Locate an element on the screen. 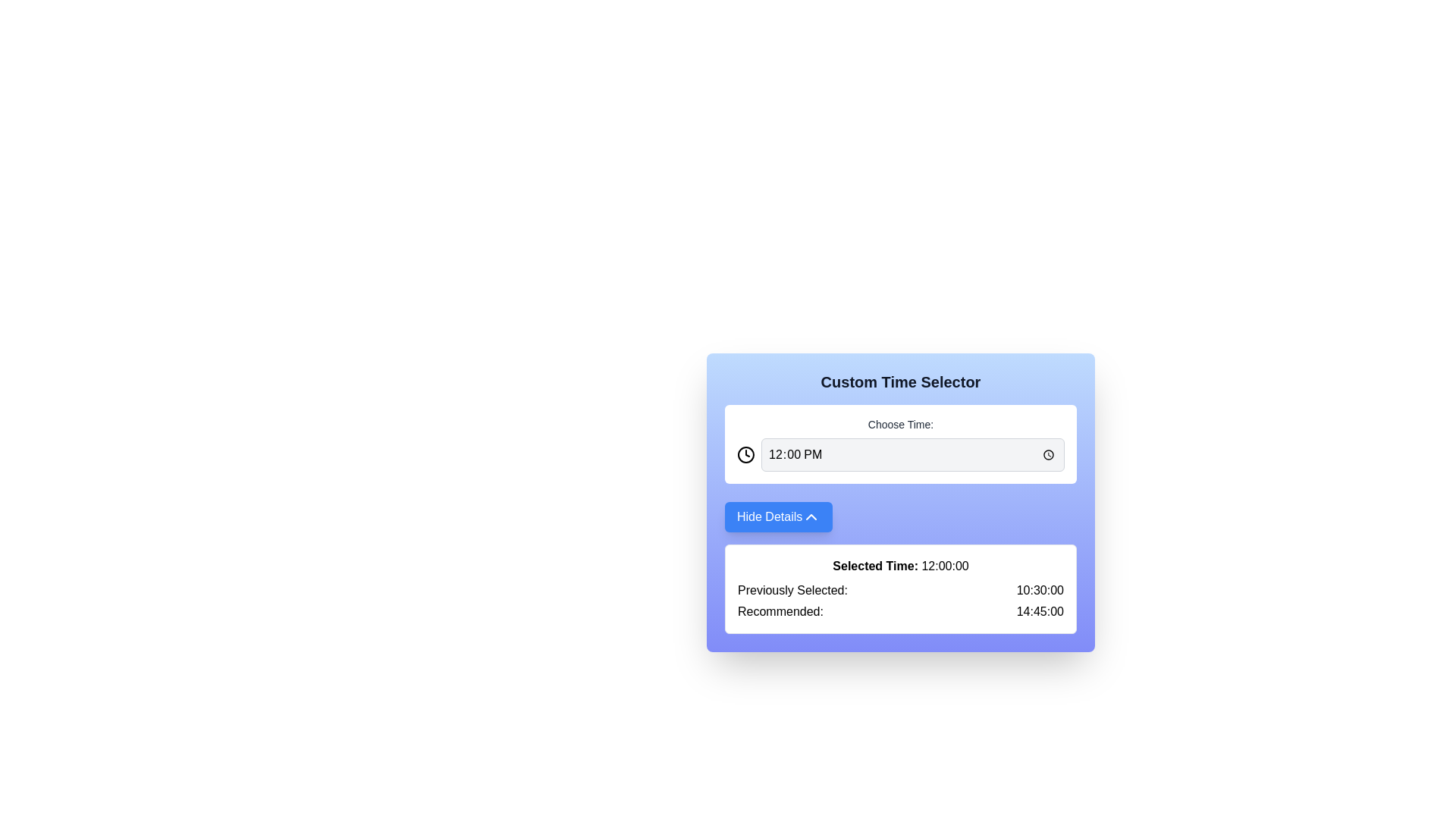 This screenshot has width=1456, height=819. the static text element indicating the recommended selection, located below the 'Previously Selected:' label is located at coordinates (780, 610).